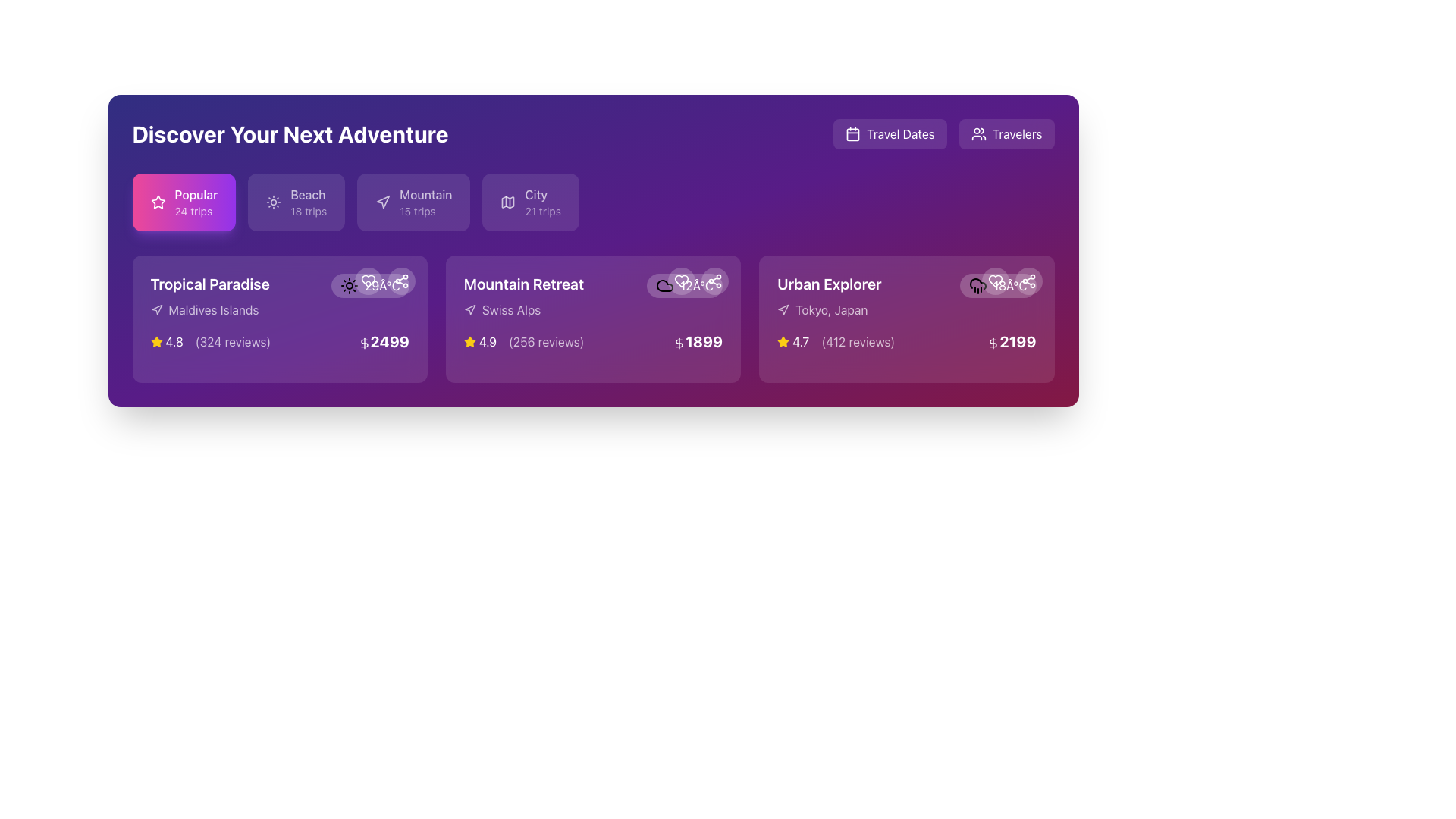 Image resolution: width=1456 pixels, height=819 pixels. I want to click on the '18 trips' text label that indicates the number of available trips in the 'Beach' category, located below the 'Beach' label in the navigation bar, so click(308, 211).